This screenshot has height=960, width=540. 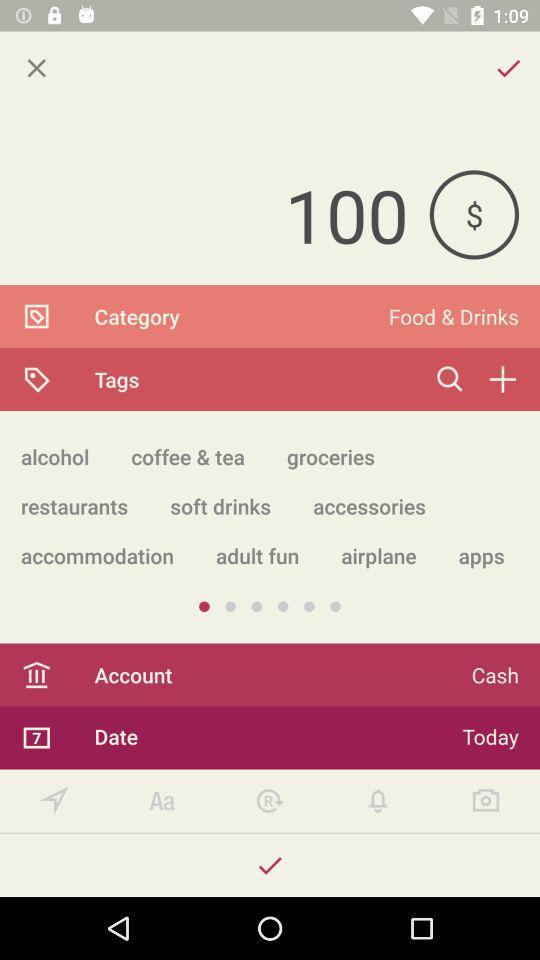 What do you see at coordinates (219, 505) in the screenshot?
I see `the soft drinks item` at bounding box center [219, 505].